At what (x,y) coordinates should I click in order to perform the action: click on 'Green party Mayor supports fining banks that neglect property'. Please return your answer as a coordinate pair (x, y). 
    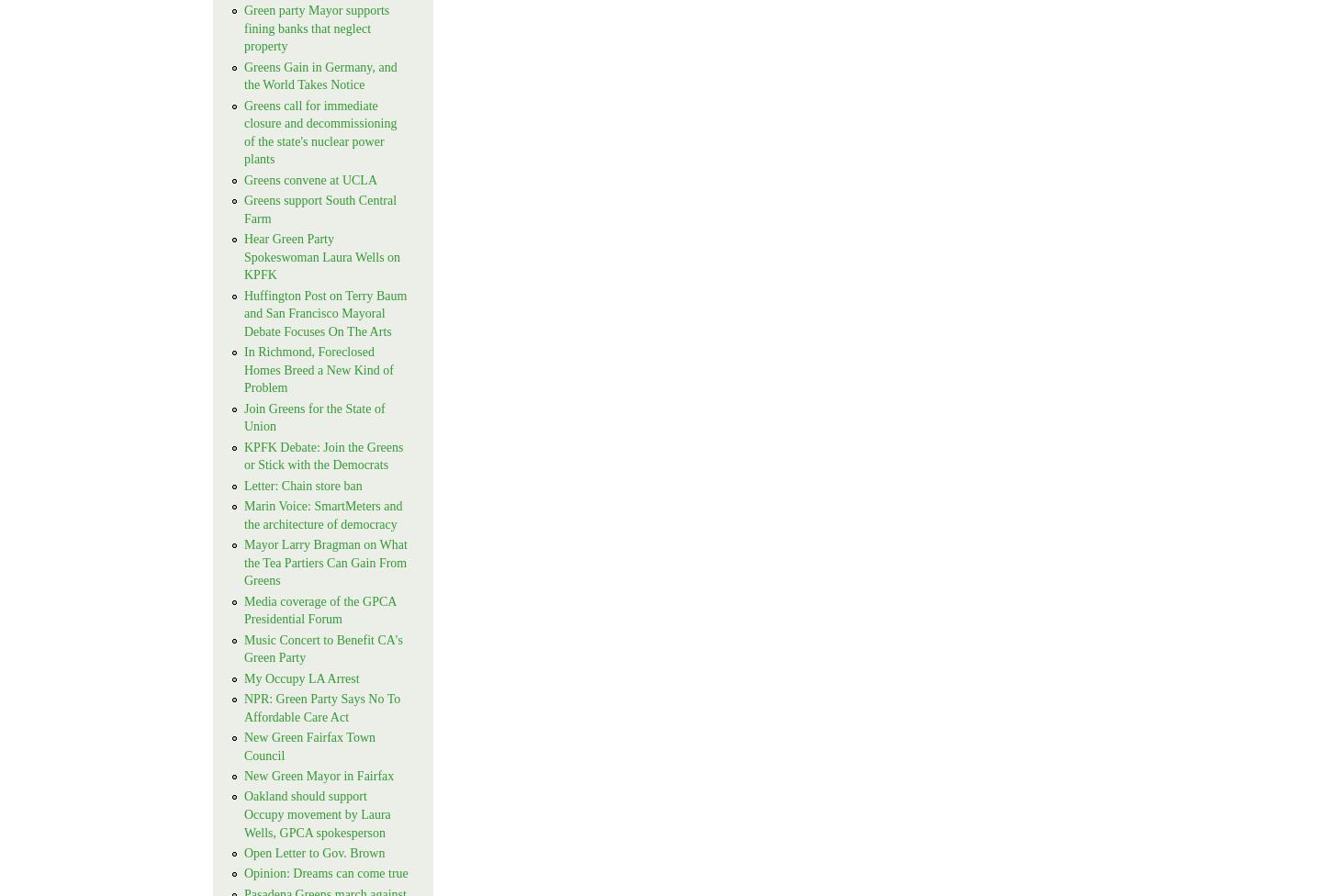
    Looking at the image, I should click on (317, 28).